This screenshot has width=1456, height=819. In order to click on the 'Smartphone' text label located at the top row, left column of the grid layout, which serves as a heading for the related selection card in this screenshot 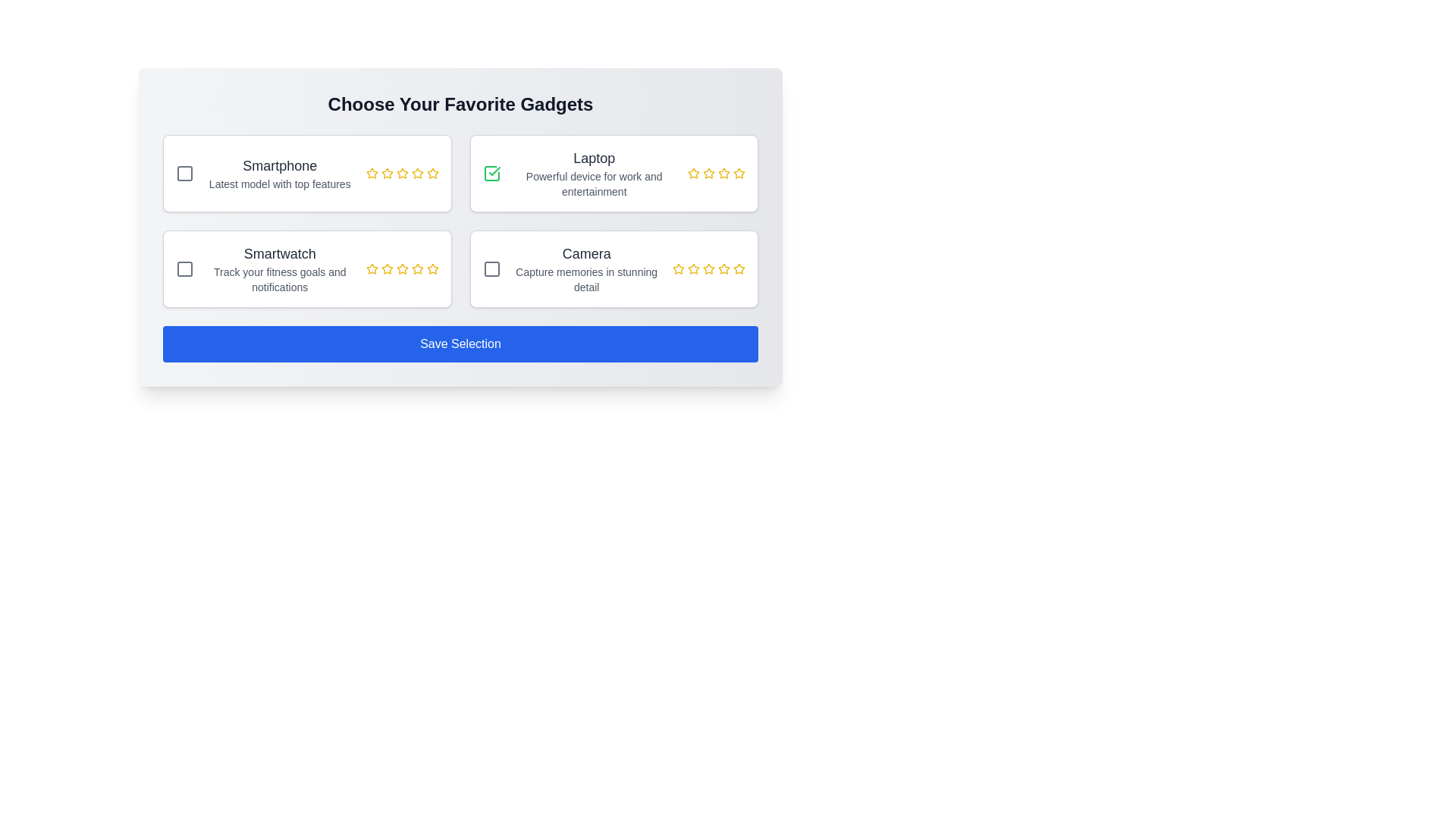, I will do `click(280, 166)`.